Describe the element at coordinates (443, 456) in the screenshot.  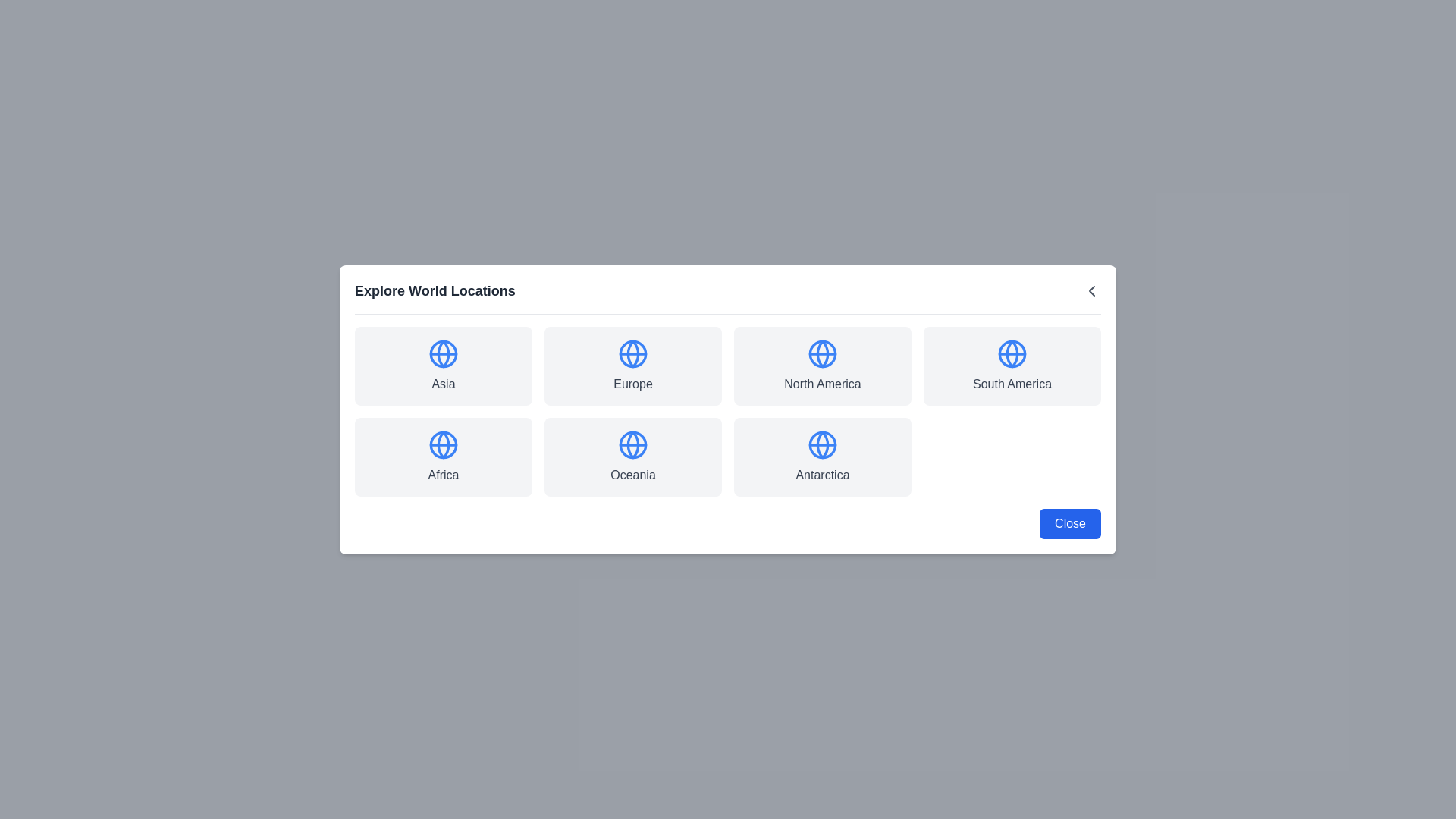
I see `the location Africa` at that location.